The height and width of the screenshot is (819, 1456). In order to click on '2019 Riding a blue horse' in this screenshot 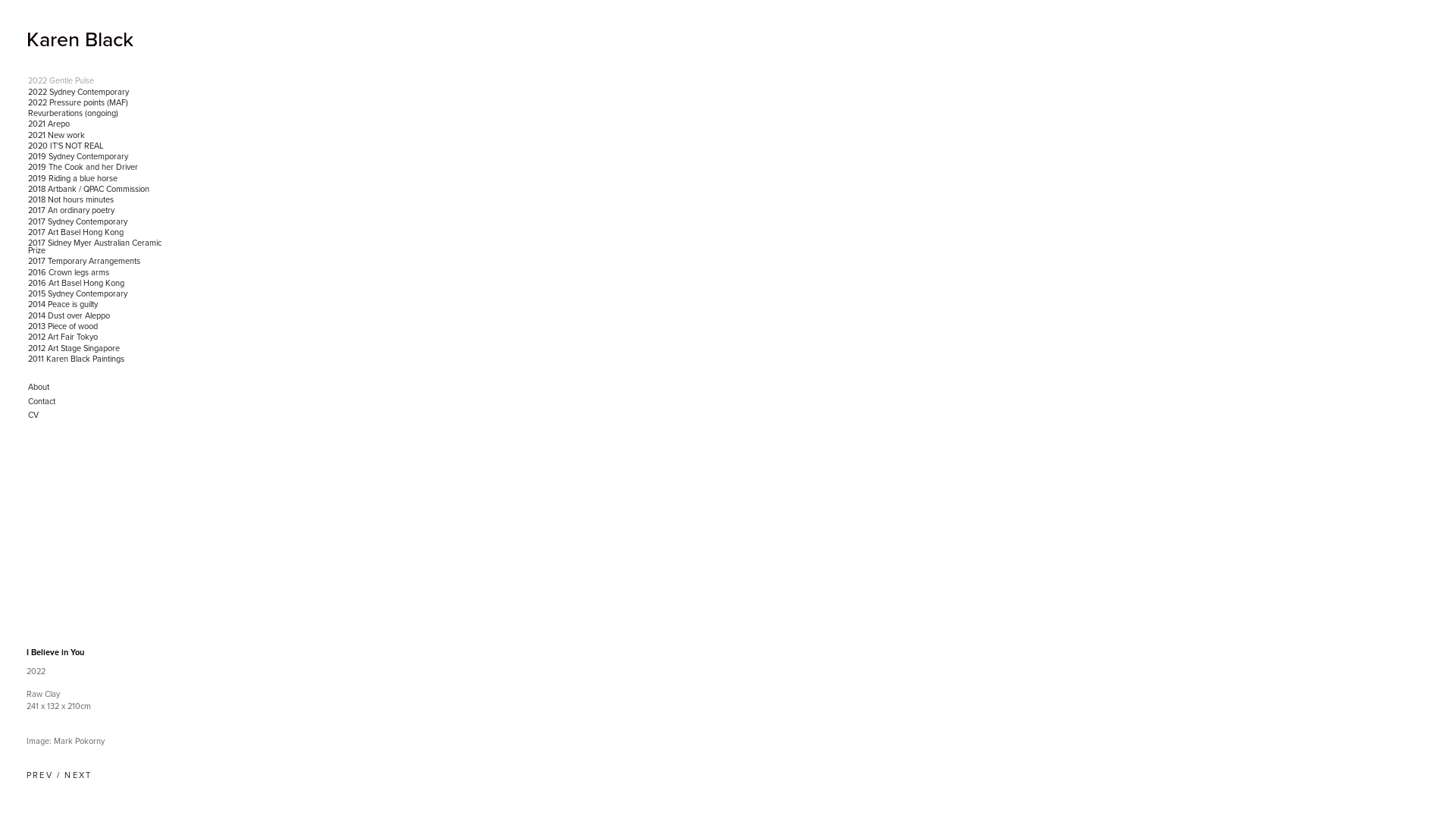, I will do `click(97, 177)`.